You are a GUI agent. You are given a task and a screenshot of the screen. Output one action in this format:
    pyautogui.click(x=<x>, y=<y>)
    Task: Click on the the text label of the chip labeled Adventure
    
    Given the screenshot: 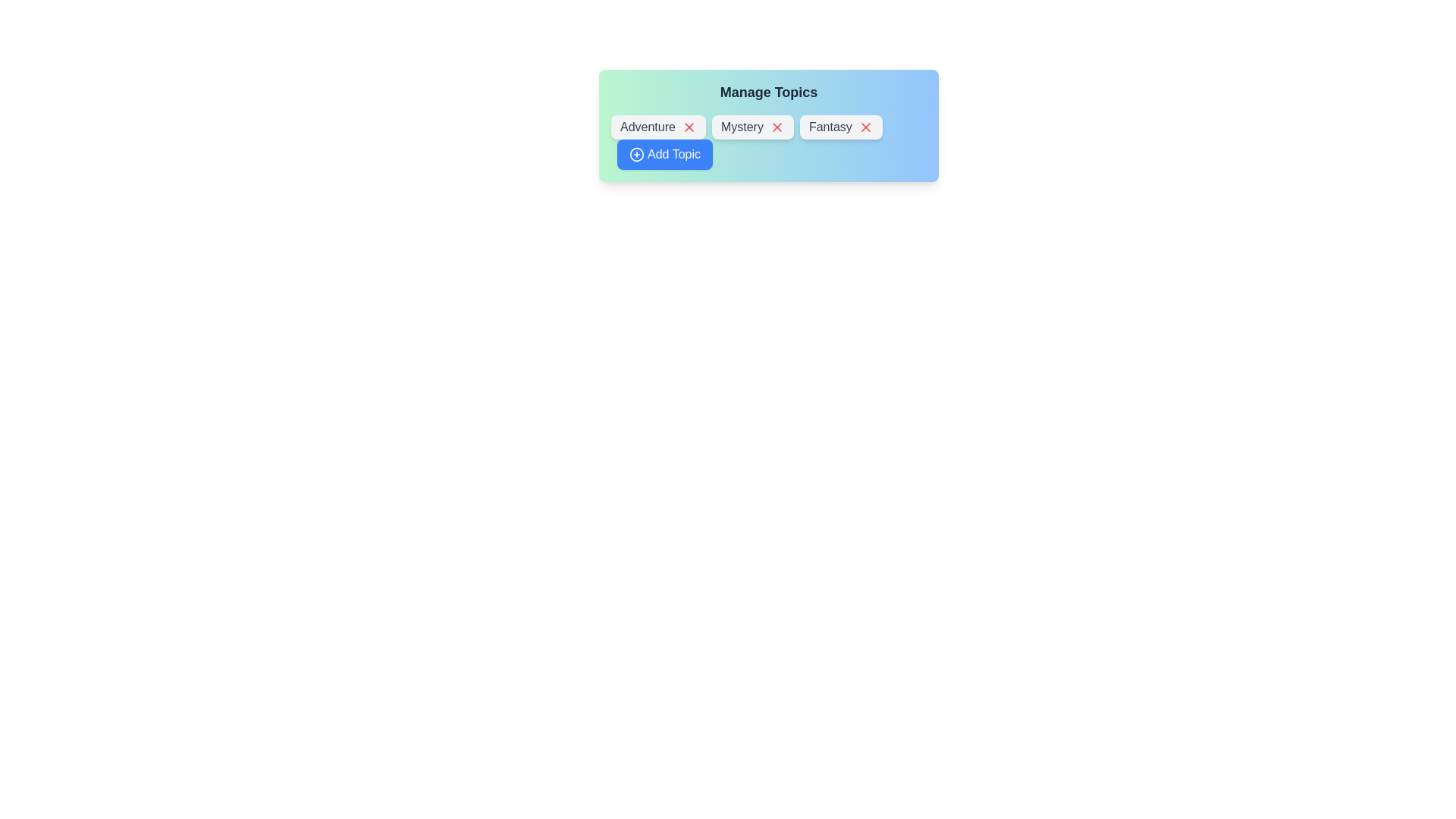 What is the action you would take?
    pyautogui.click(x=658, y=127)
    